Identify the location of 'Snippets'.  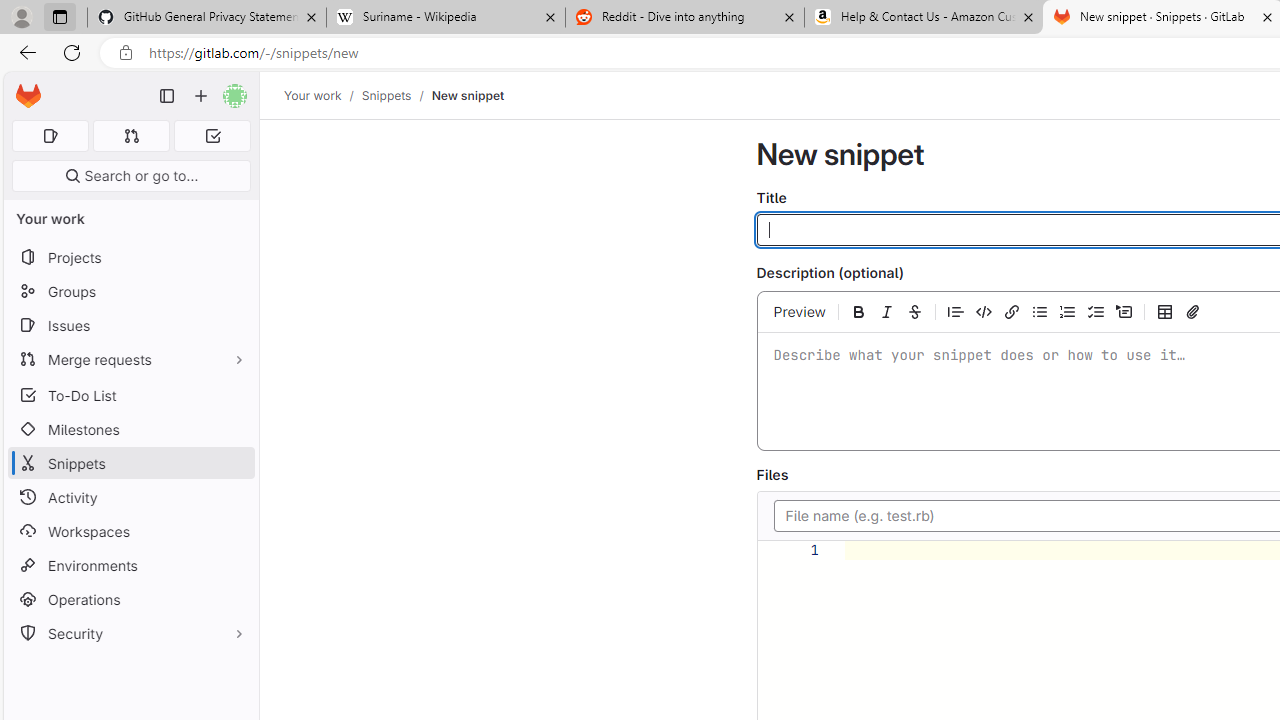
(386, 95).